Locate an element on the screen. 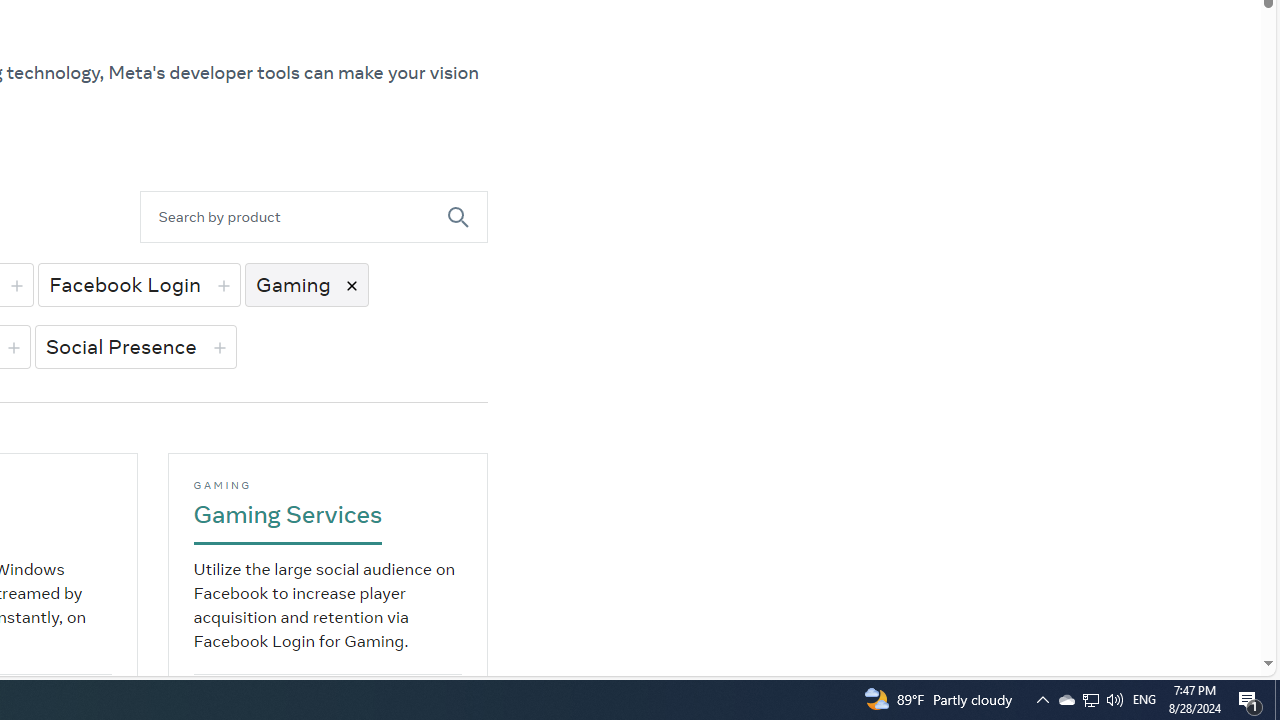  'Social Presence' is located at coordinates (134, 345).